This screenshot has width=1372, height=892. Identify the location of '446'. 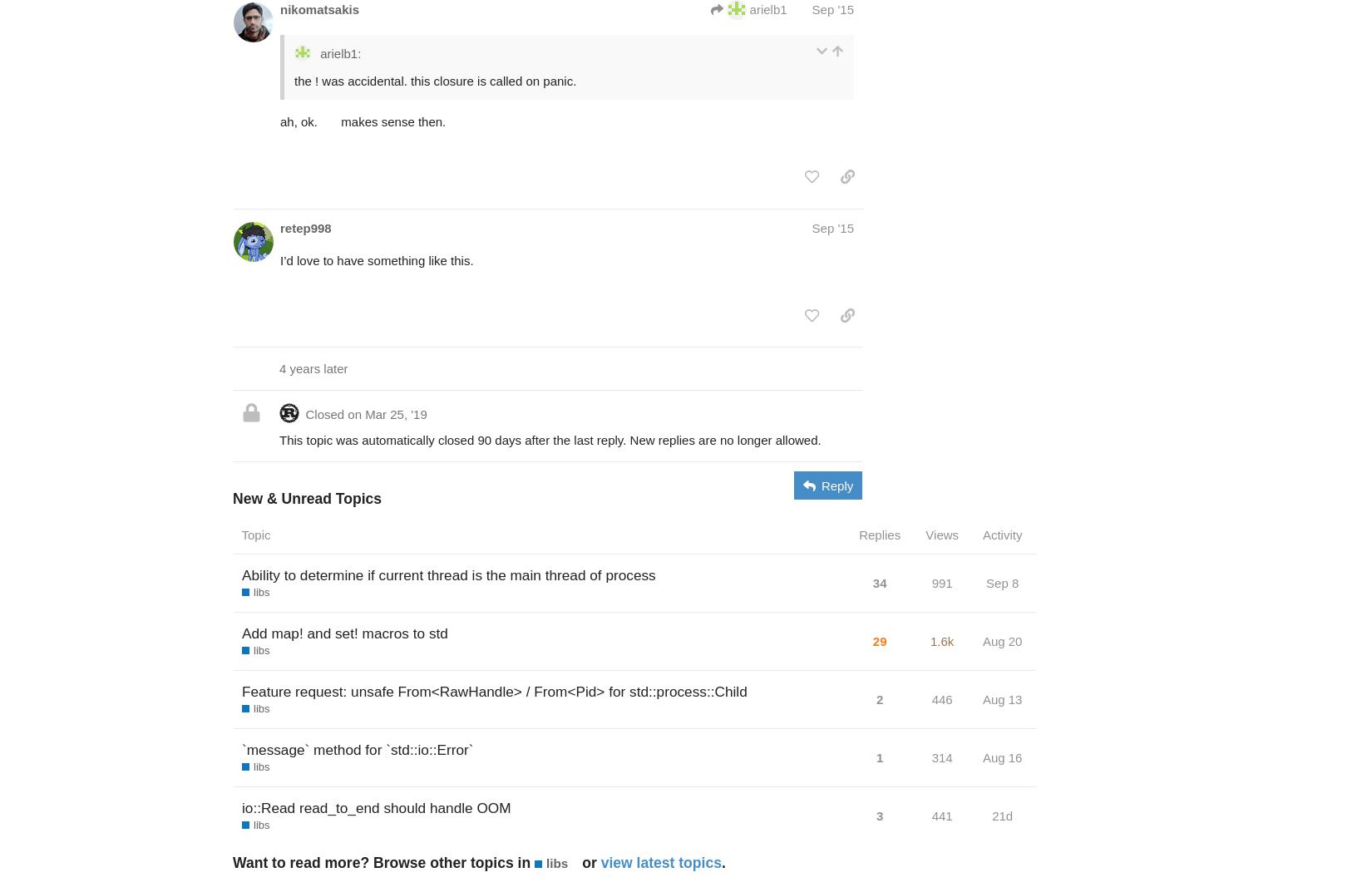
(941, 697).